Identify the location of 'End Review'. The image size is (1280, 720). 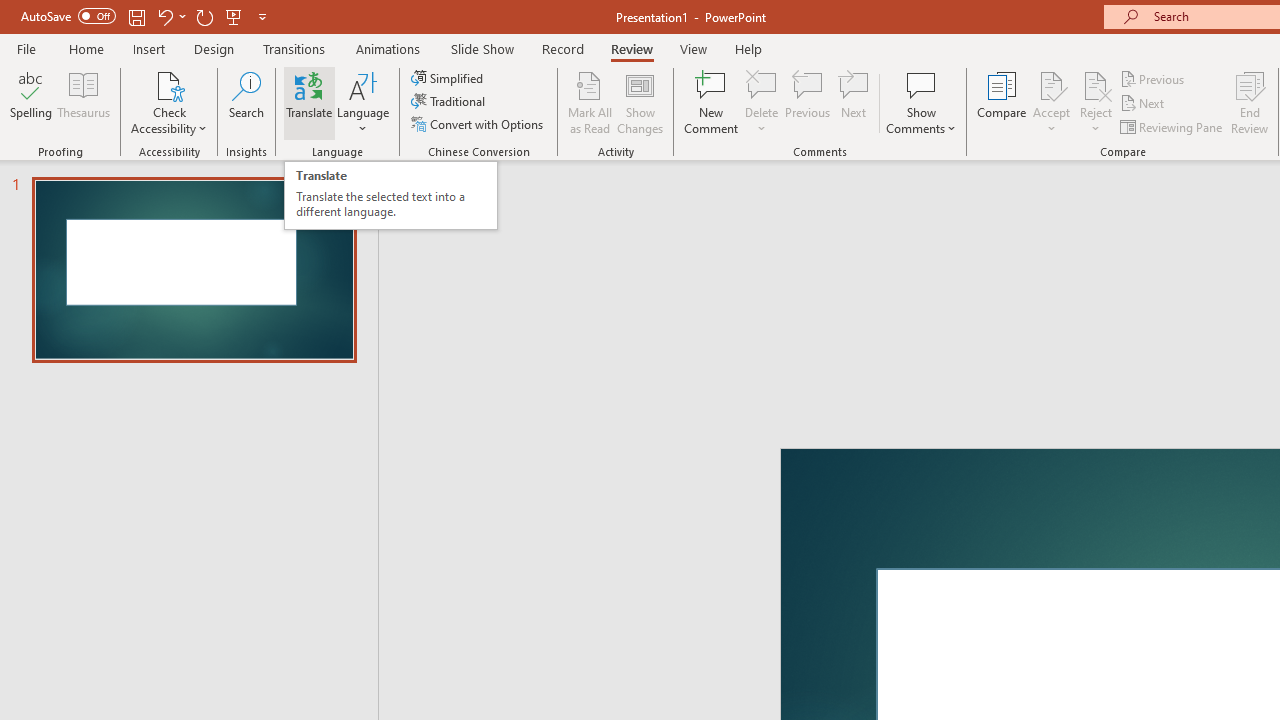
(1248, 103).